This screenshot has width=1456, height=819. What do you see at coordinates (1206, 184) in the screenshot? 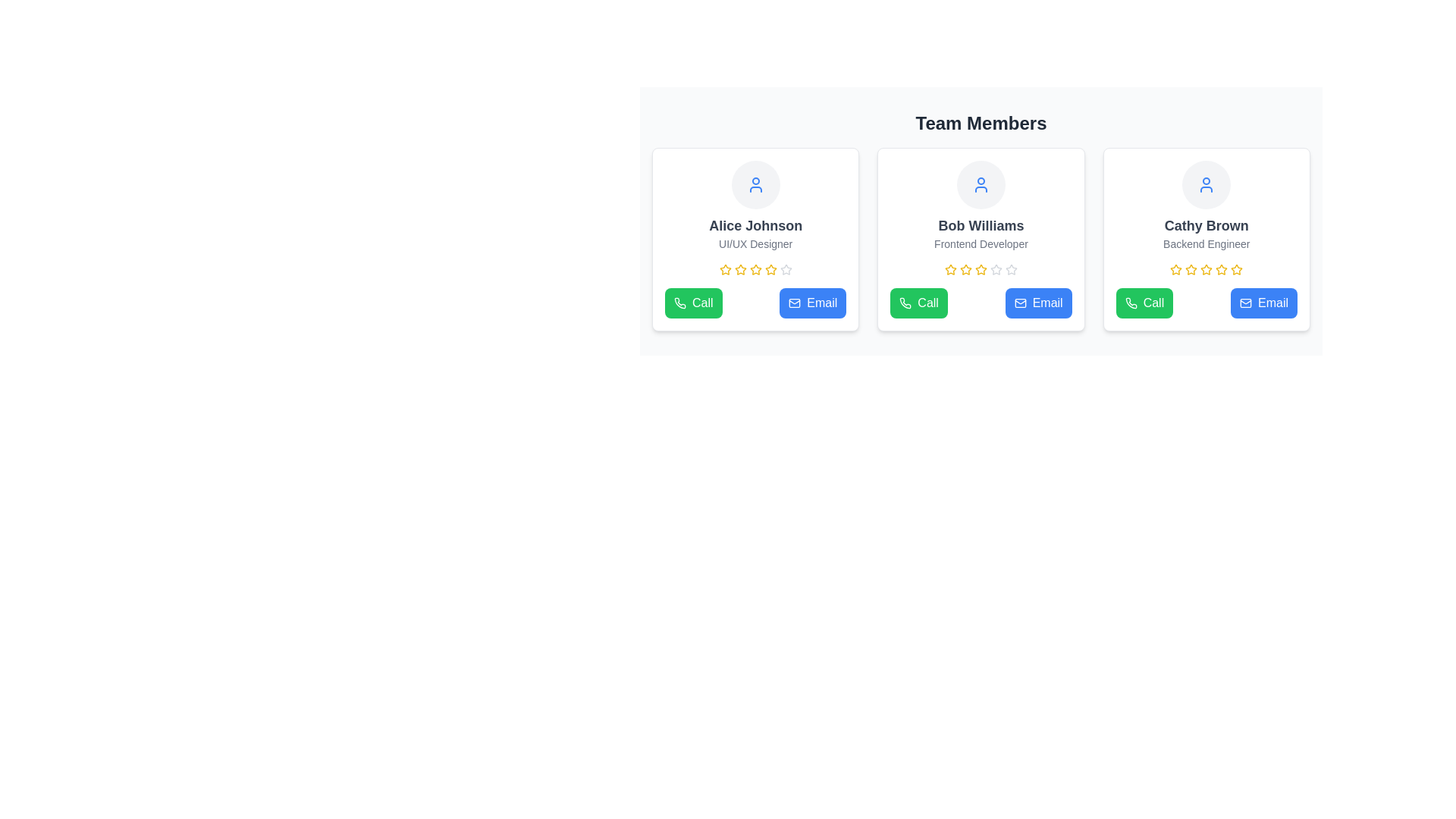
I see `the user avatar icon for 'Cathy Brown', which is the top-centered icon within the profile card and located in the third position from the left among the team member cards` at bounding box center [1206, 184].